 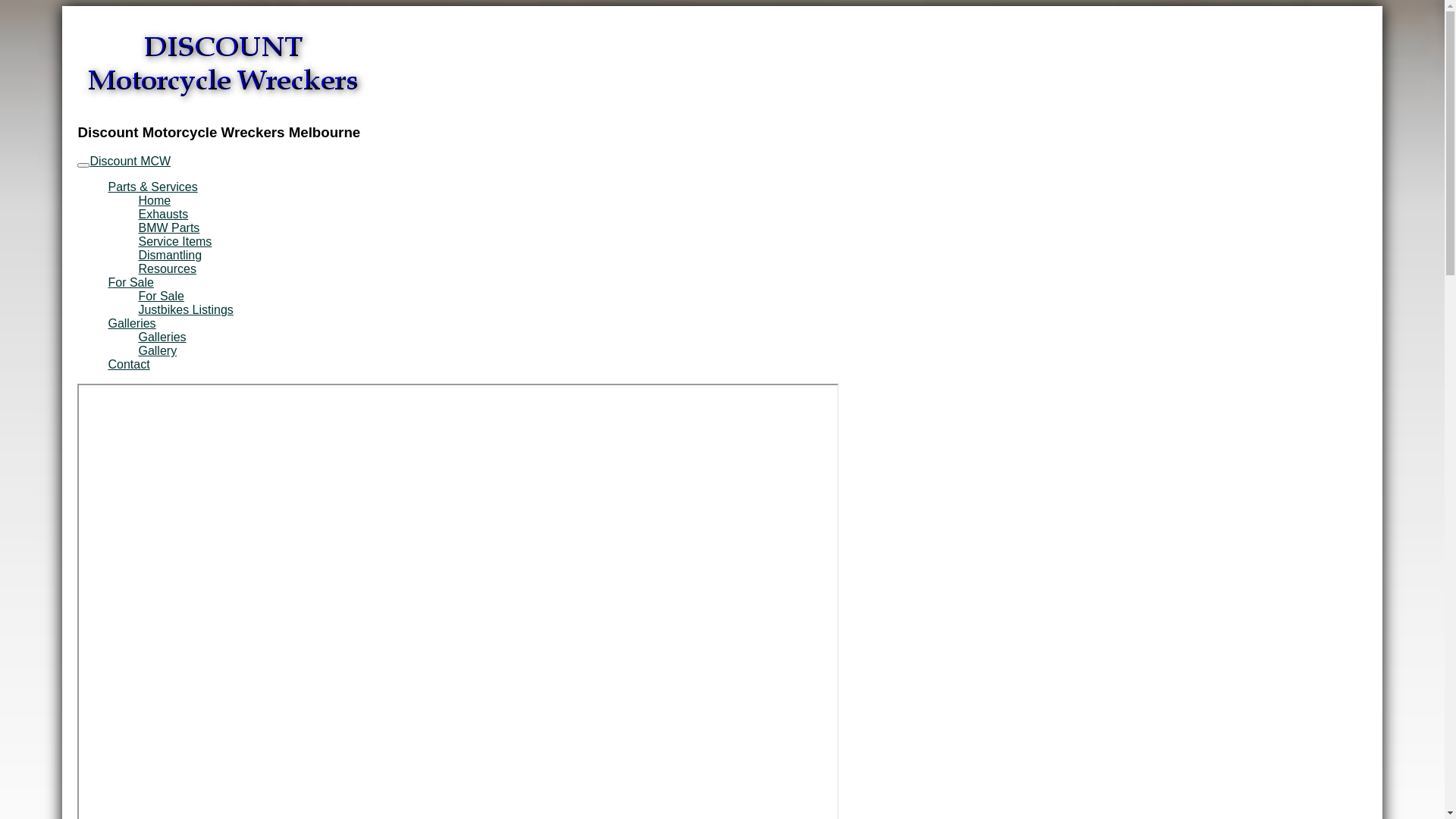 I want to click on 'Galleries', so click(x=162, y=336).